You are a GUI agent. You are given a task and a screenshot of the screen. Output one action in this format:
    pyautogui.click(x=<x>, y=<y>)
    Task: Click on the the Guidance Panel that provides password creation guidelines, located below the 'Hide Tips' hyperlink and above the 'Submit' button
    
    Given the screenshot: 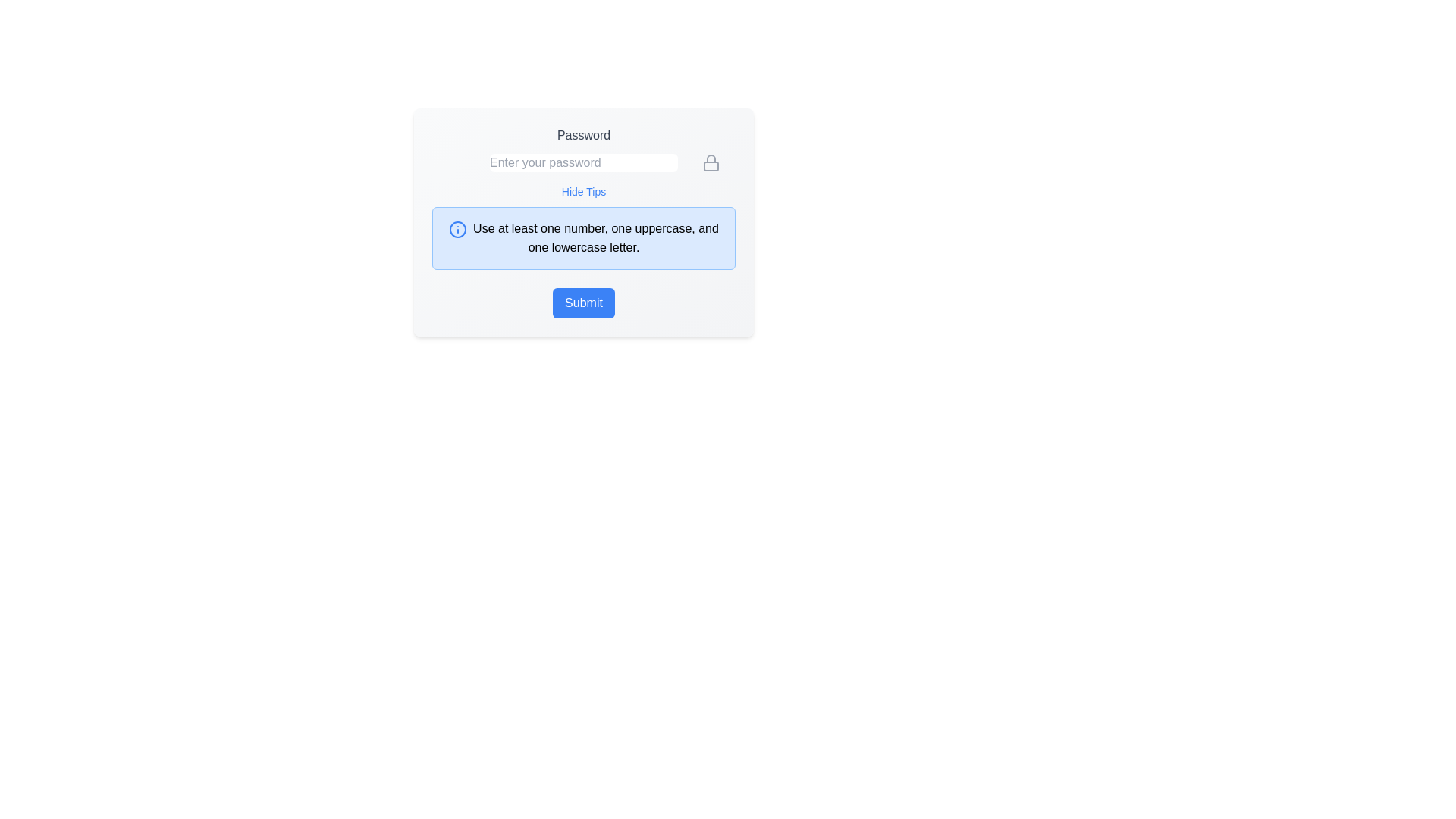 What is the action you would take?
    pyautogui.click(x=582, y=222)
    